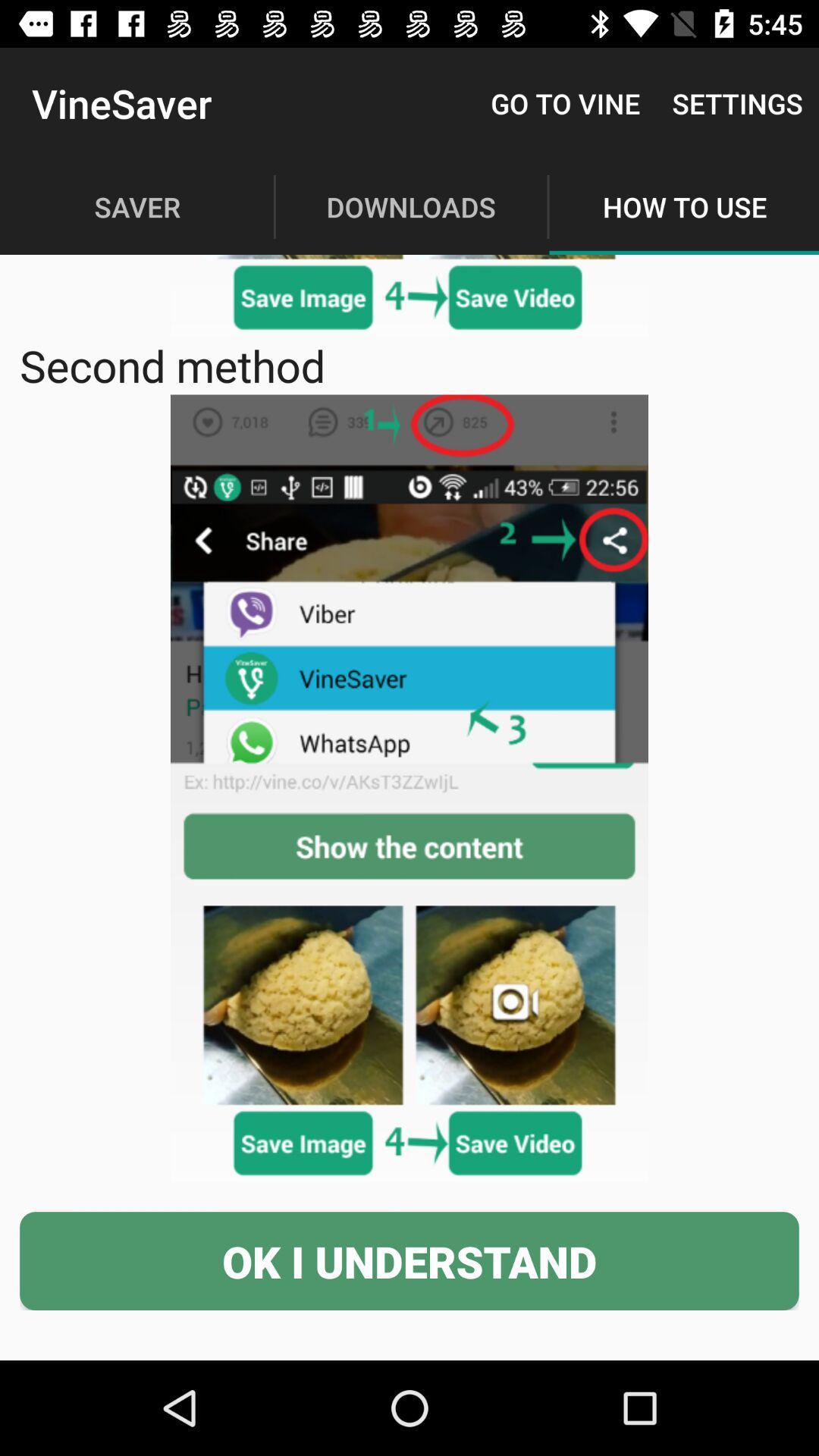  I want to click on icon next to the settings item, so click(565, 102).